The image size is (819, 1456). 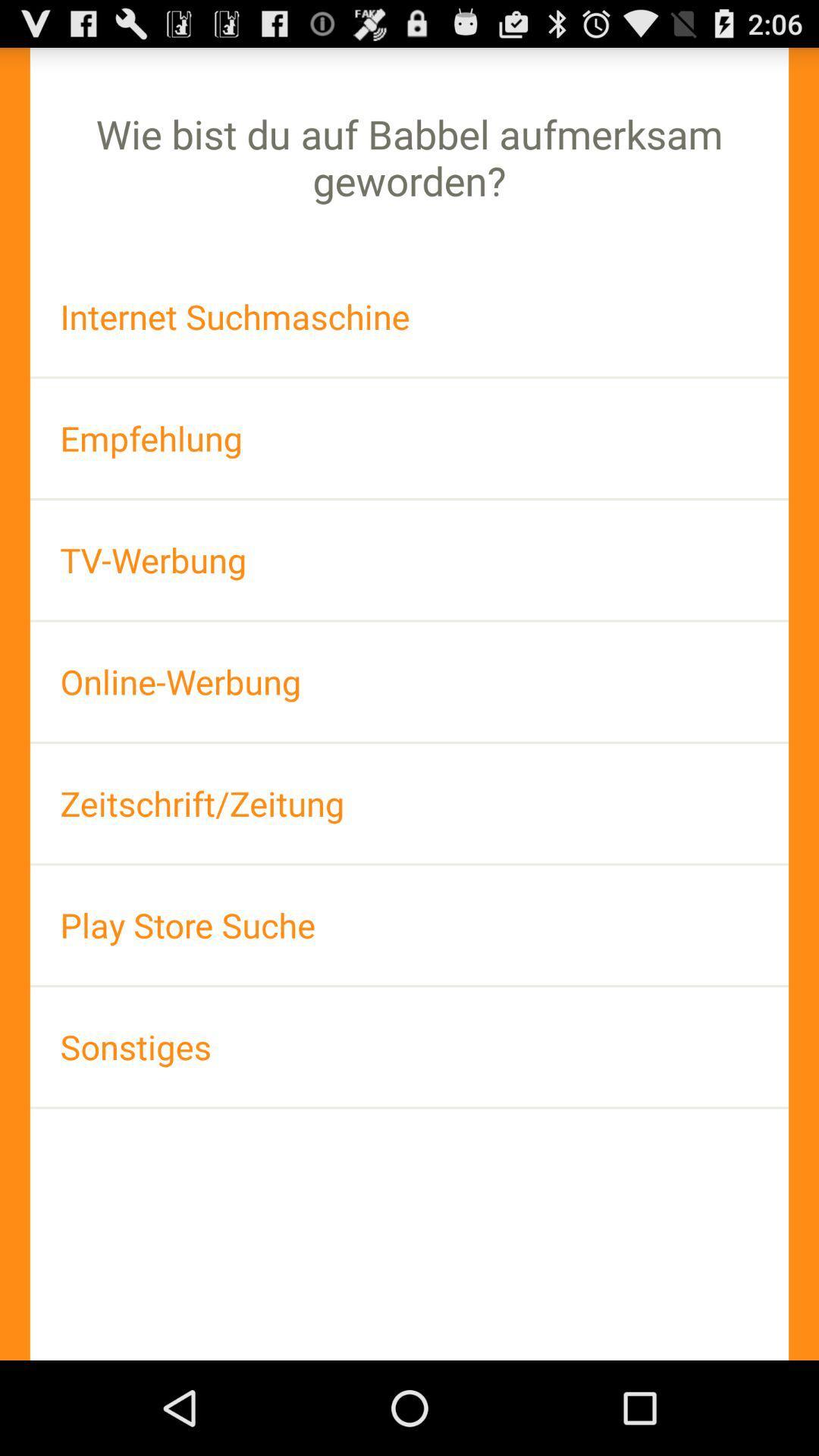 I want to click on the online-werbung app, so click(x=409, y=681).